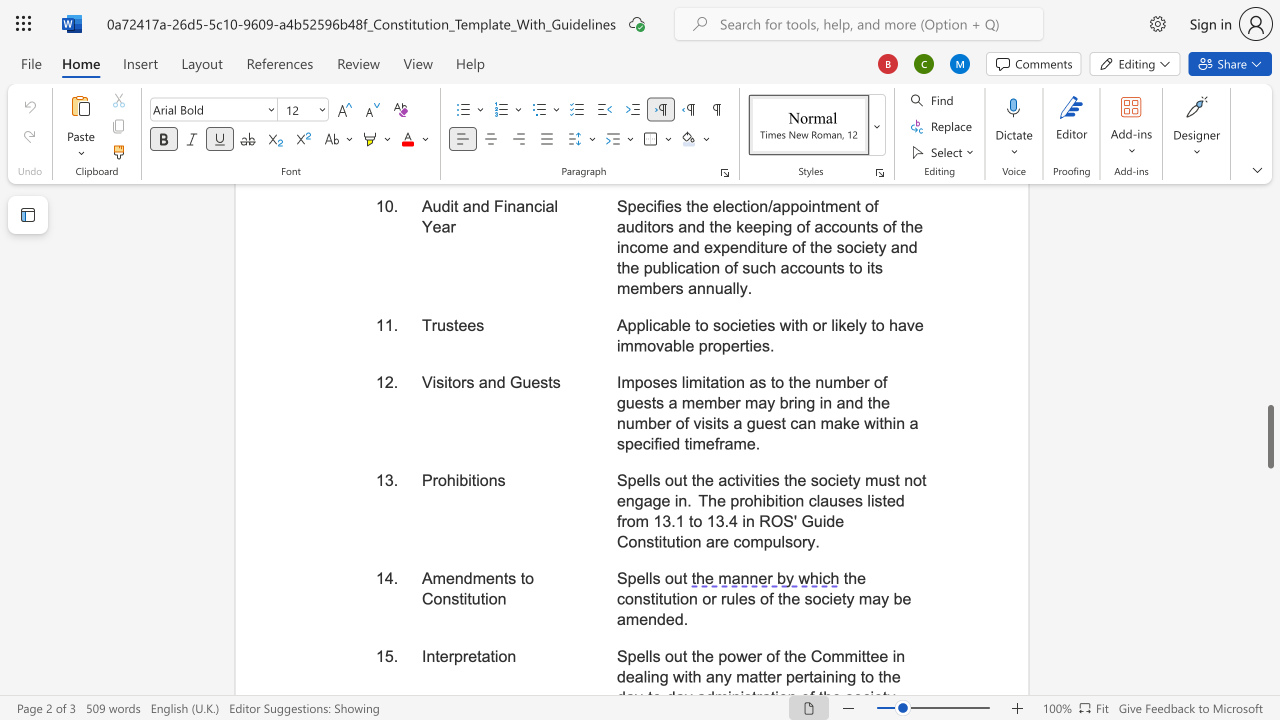 This screenshot has width=1280, height=720. What do you see at coordinates (1269, 428) in the screenshot?
I see `the scrollbar on the right to move the page upward` at bounding box center [1269, 428].